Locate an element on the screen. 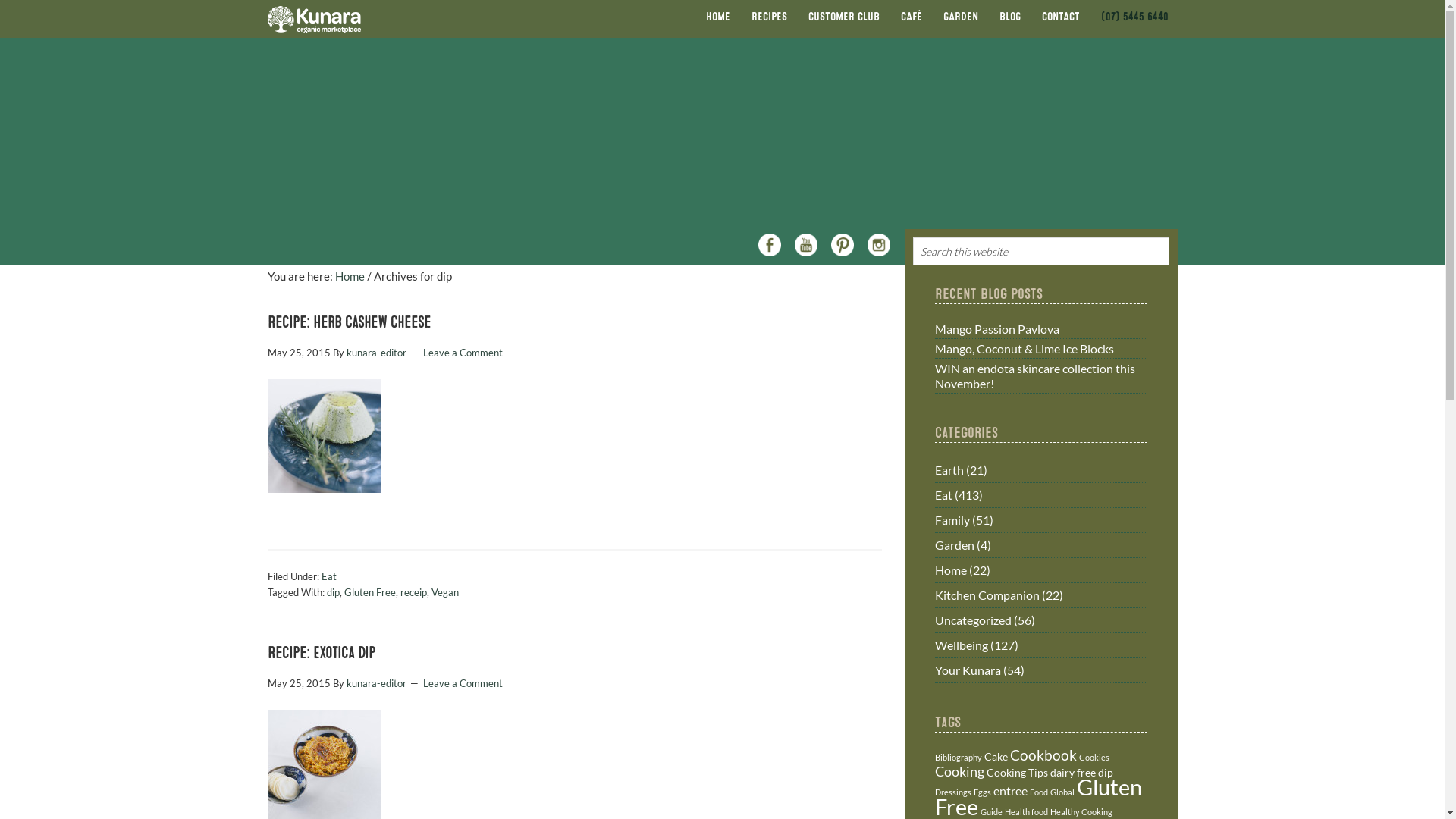  'Guide' is located at coordinates (979, 811).